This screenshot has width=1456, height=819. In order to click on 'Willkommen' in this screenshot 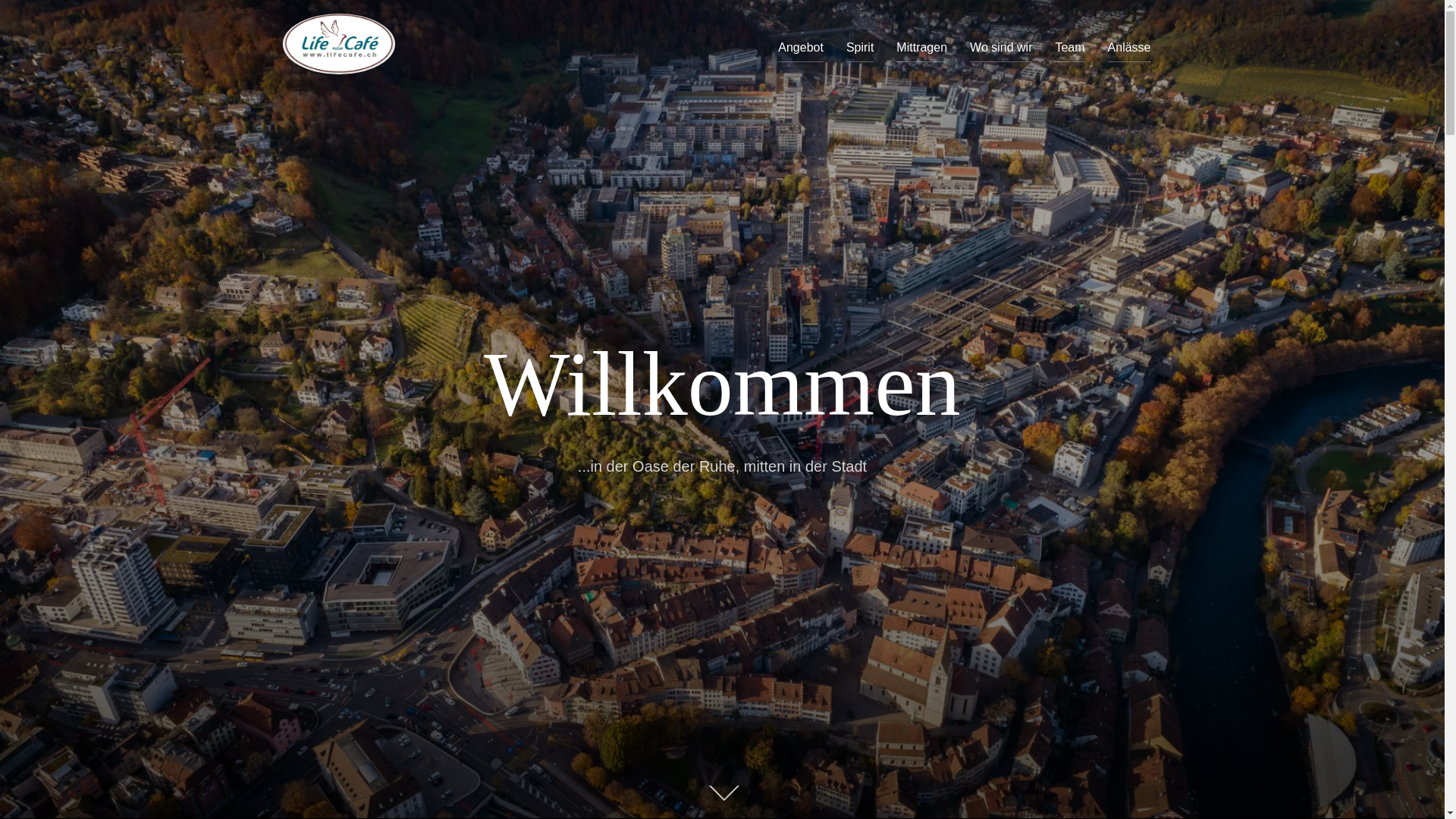, I will do `click(720, 383)`.